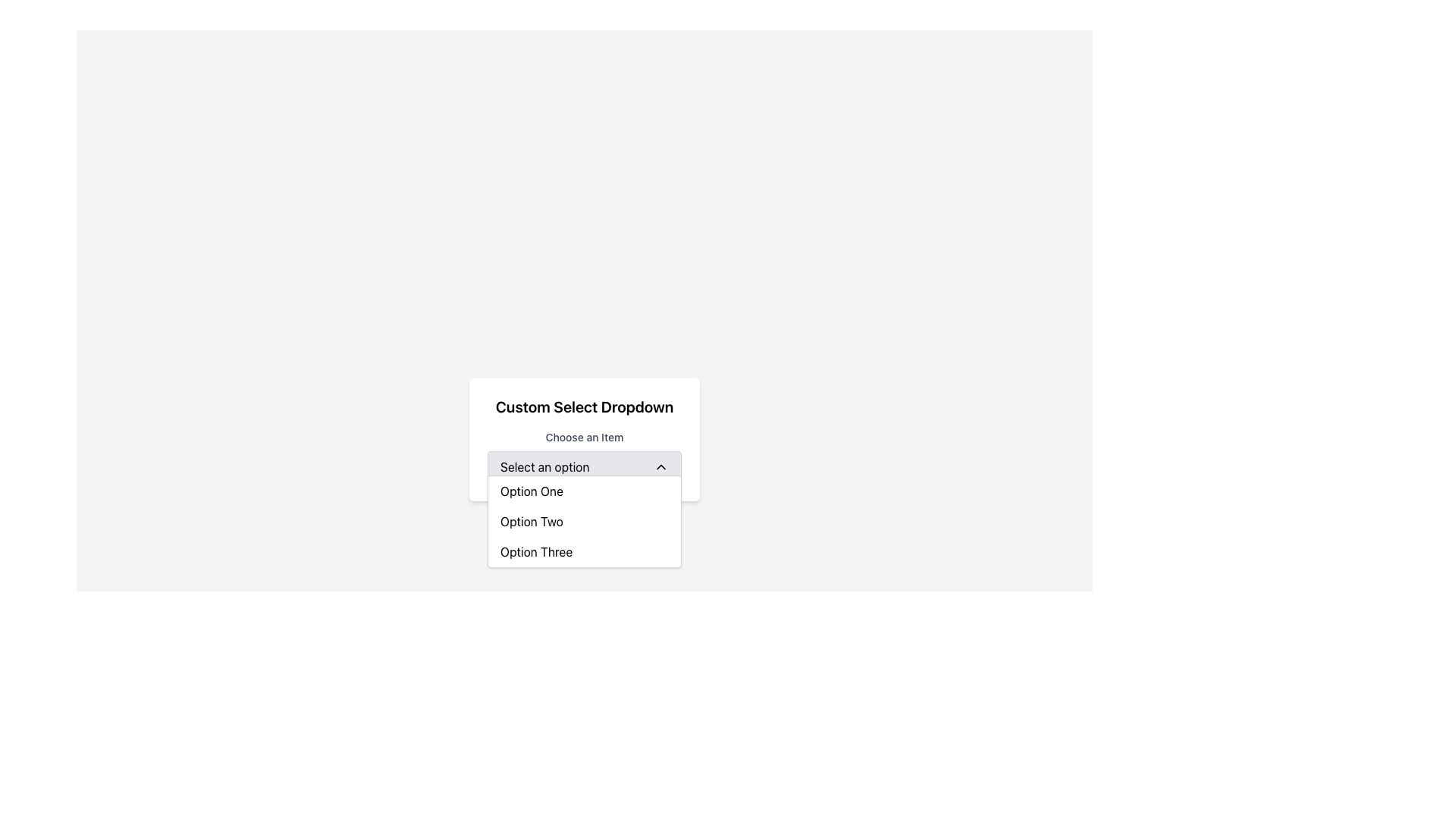 Image resolution: width=1456 pixels, height=819 pixels. I want to click on to select the second option in the dropdown menu labeled 'Select an option', so click(532, 520).